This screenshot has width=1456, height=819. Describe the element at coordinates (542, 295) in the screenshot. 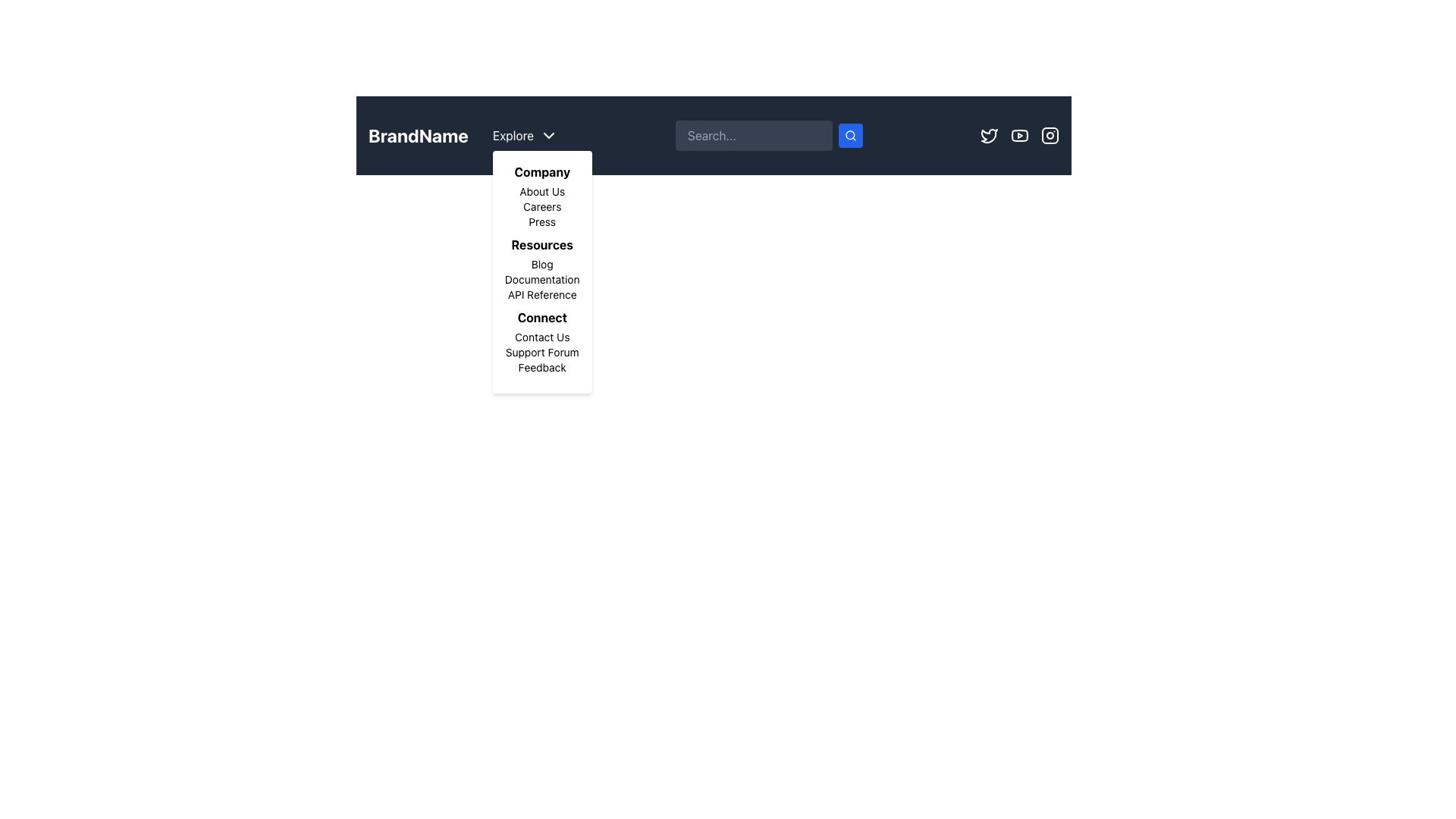

I see `the 'API Reference' interactive text link located in the dropdown menu under the 'Resources' section` at that location.